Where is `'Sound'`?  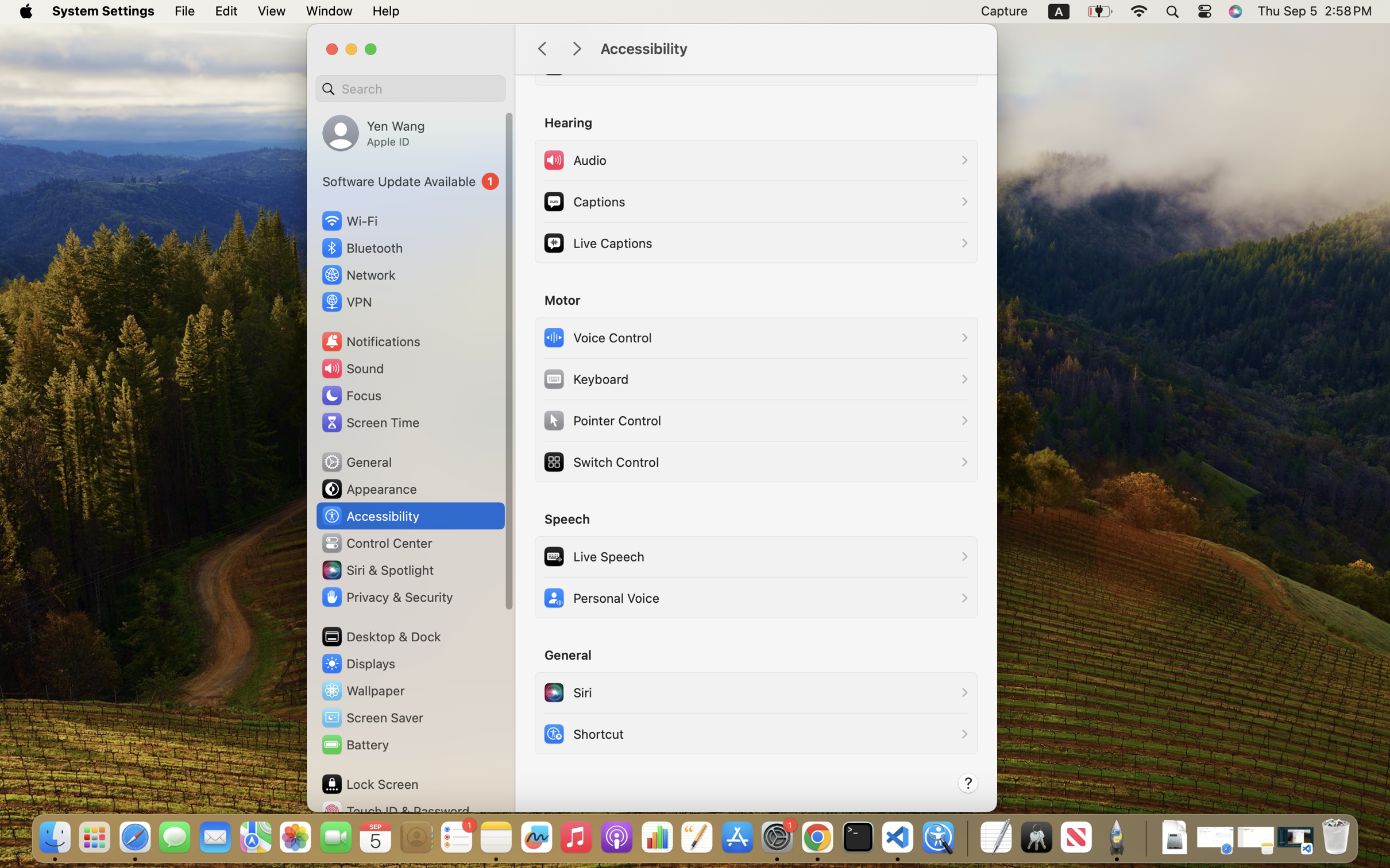 'Sound' is located at coordinates (352, 367).